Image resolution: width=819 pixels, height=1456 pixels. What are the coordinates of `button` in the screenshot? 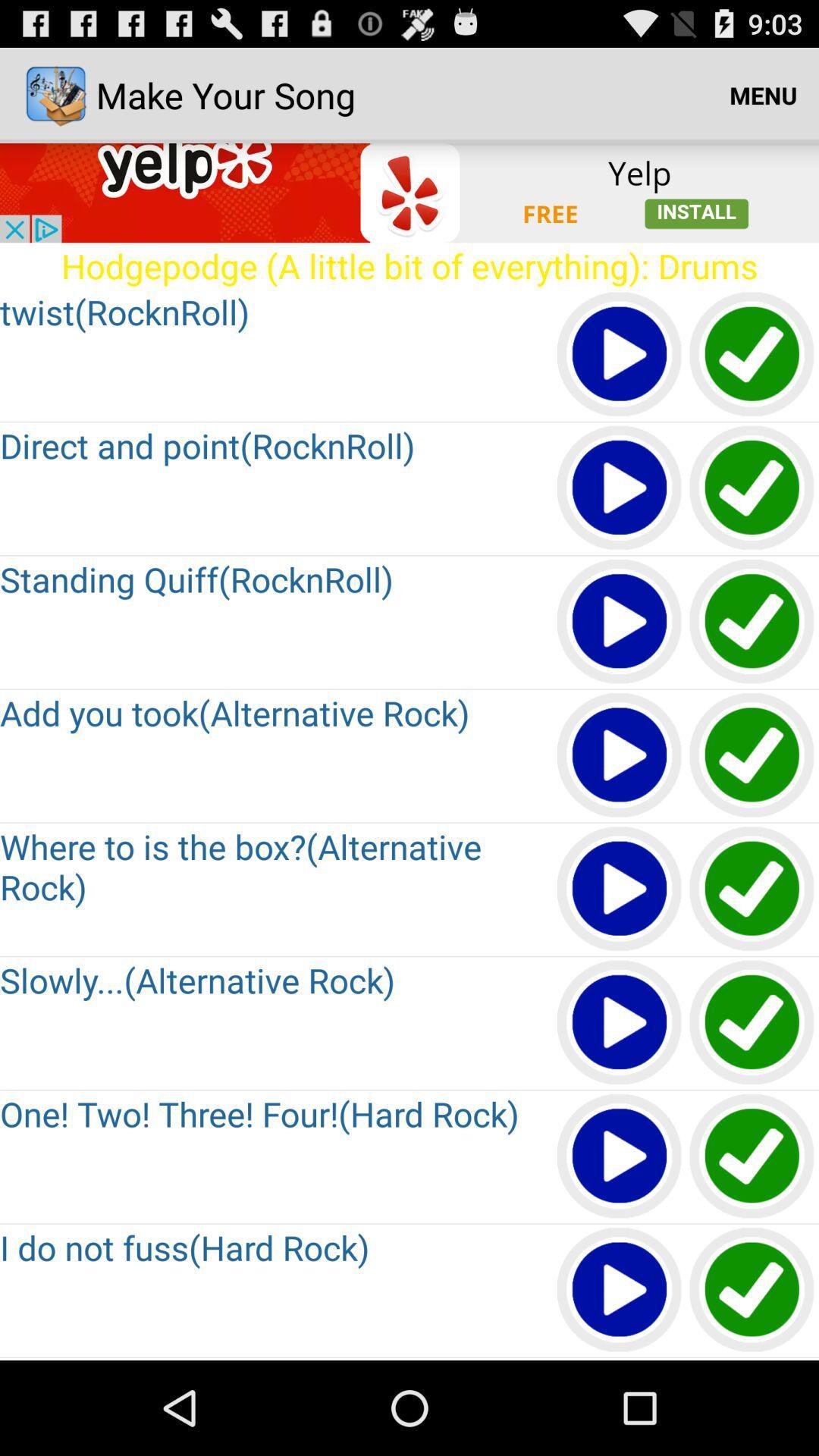 It's located at (620, 1156).